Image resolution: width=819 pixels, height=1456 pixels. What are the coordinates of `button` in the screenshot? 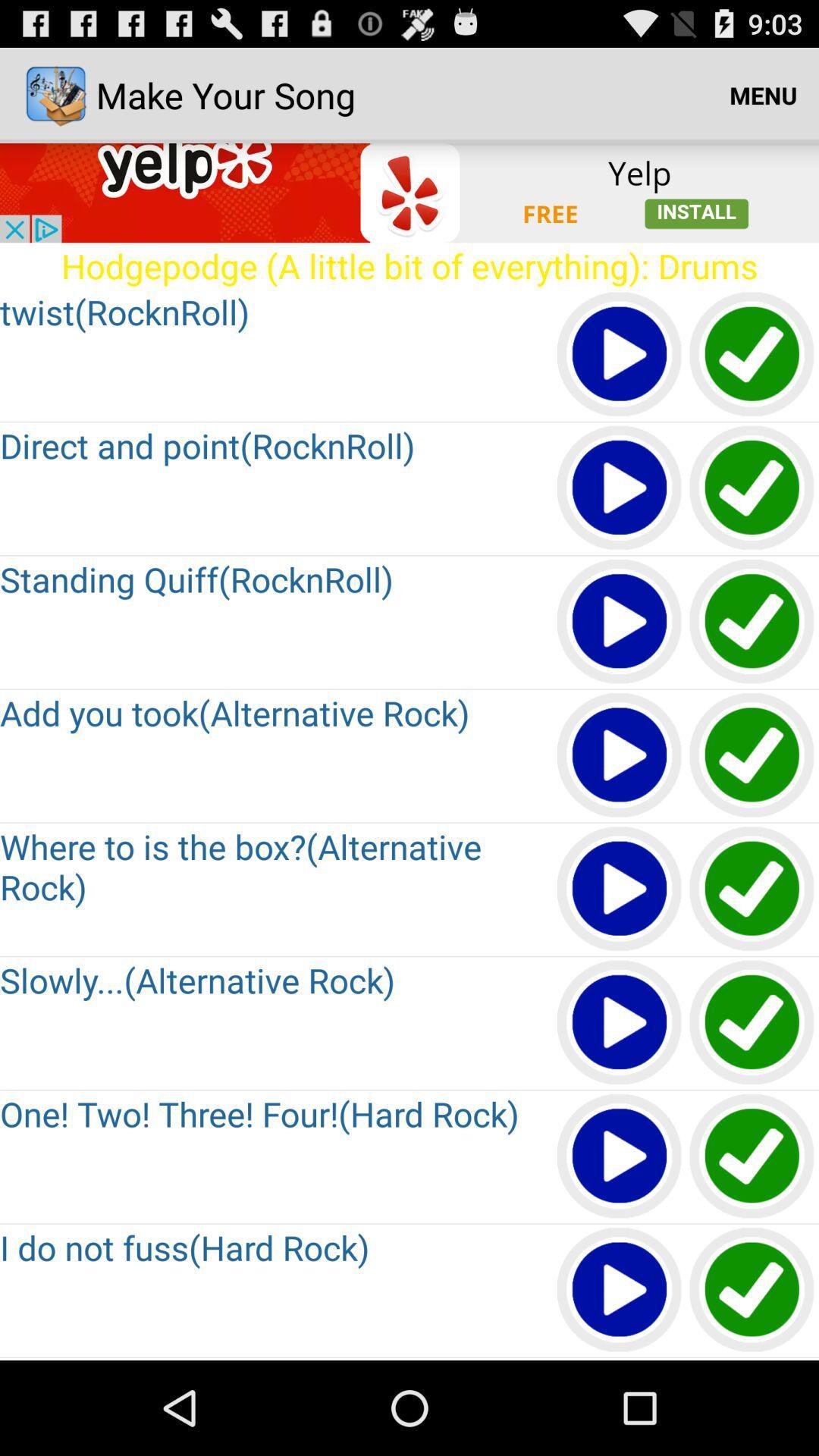 It's located at (620, 1156).